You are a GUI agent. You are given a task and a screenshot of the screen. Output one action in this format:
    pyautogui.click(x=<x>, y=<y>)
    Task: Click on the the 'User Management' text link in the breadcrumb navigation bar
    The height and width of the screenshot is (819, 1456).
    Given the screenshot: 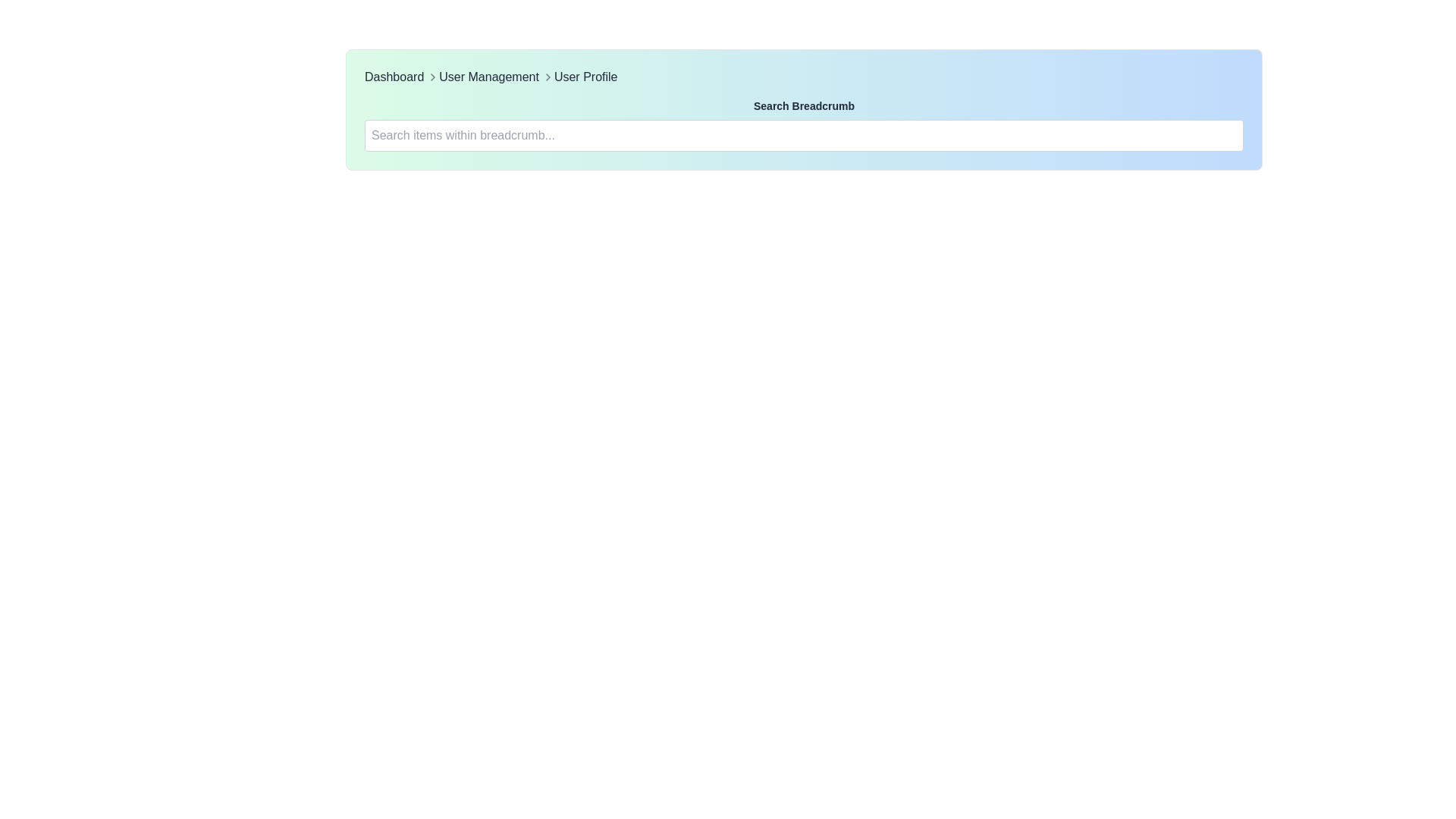 What is the action you would take?
    pyautogui.click(x=489, y=77)
    